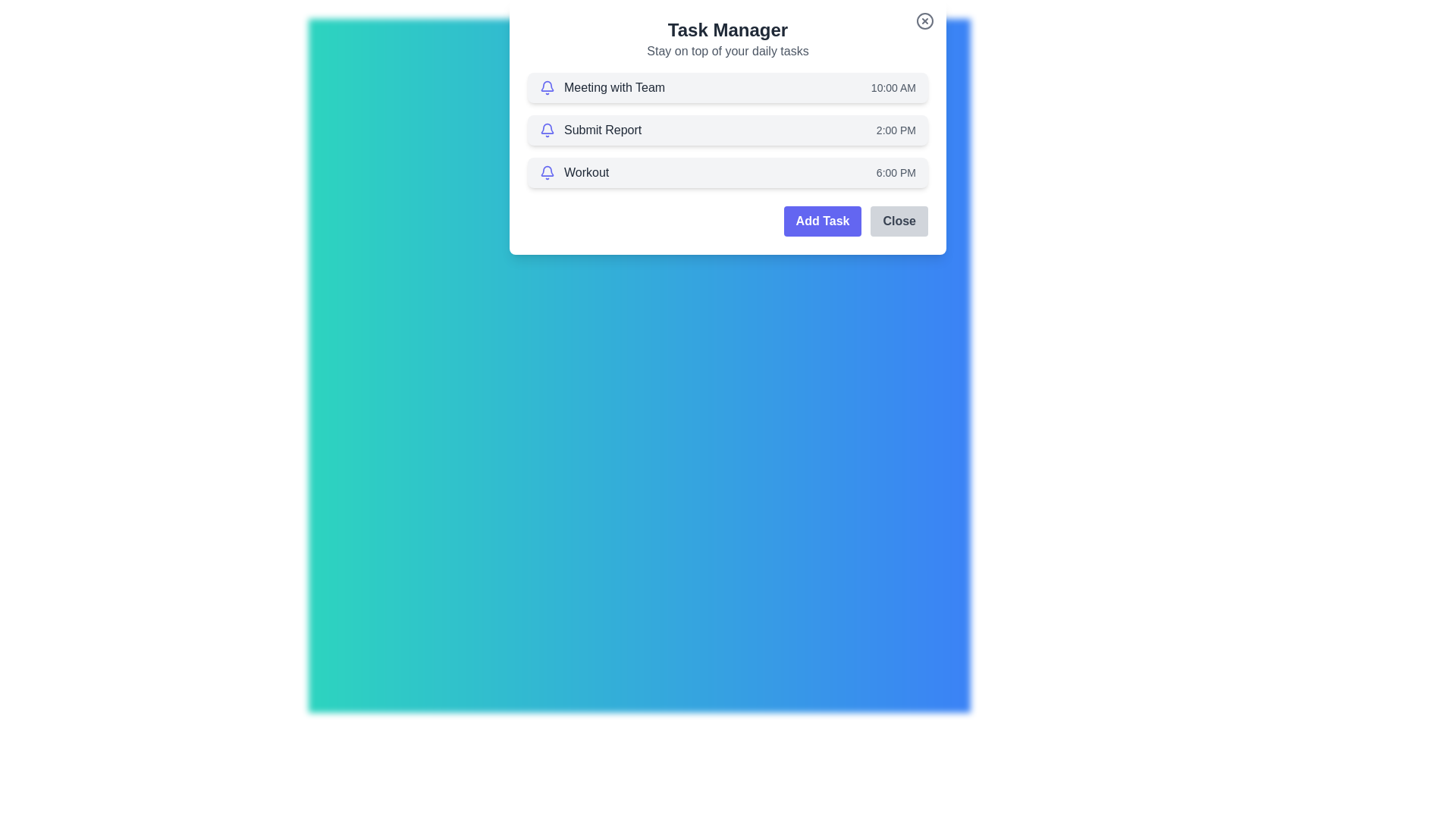  What do you see at coordinates (728, 130) in the screenshot?
I see `to interact with the task item located in the middle of the list, which displays the task name and associated time` at bounding box center [728, 130].